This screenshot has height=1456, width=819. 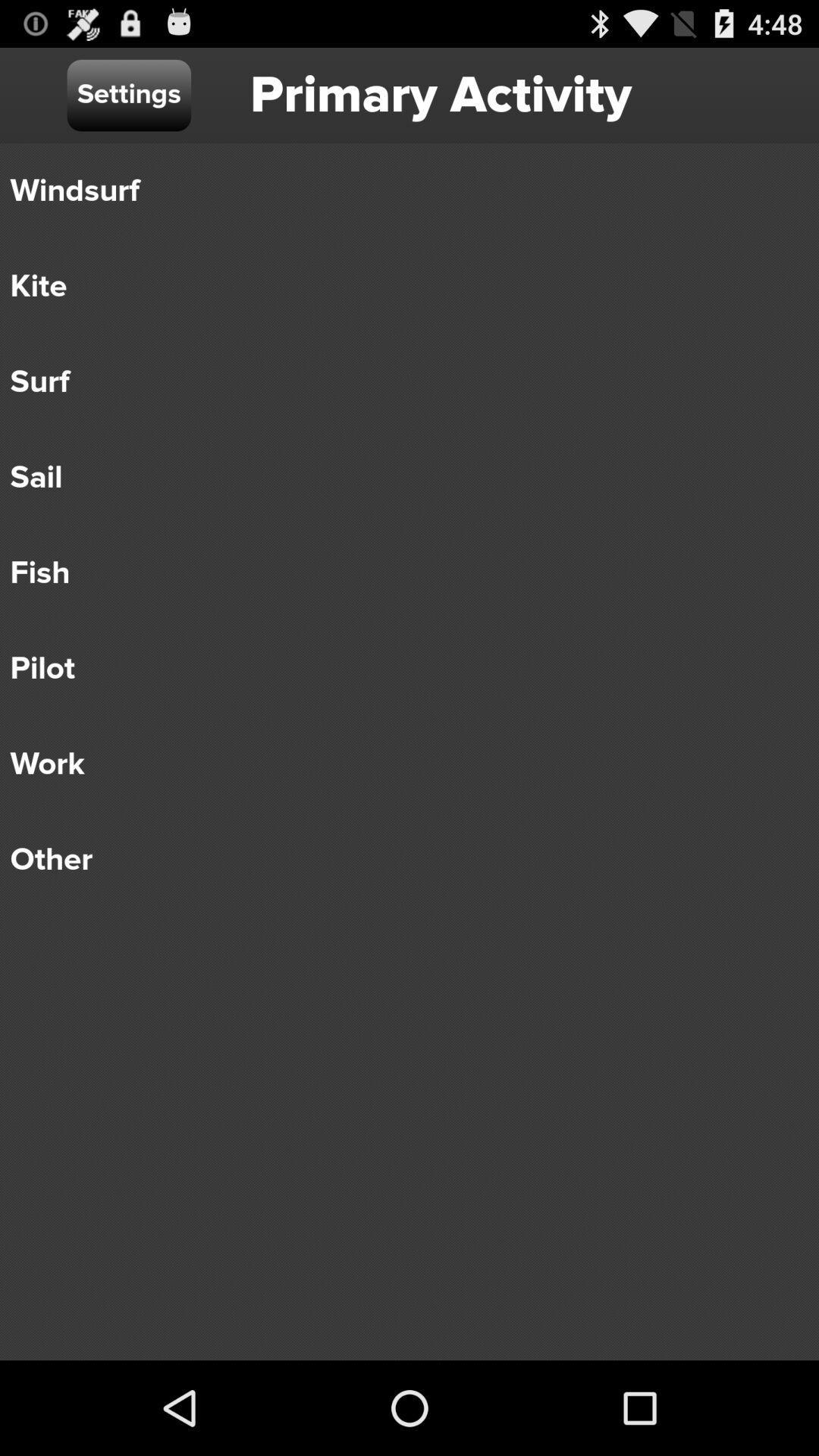 What do you see at coordinates (398, 764) in the screenshot?
I see `the work` at bounding box center [398, 764].